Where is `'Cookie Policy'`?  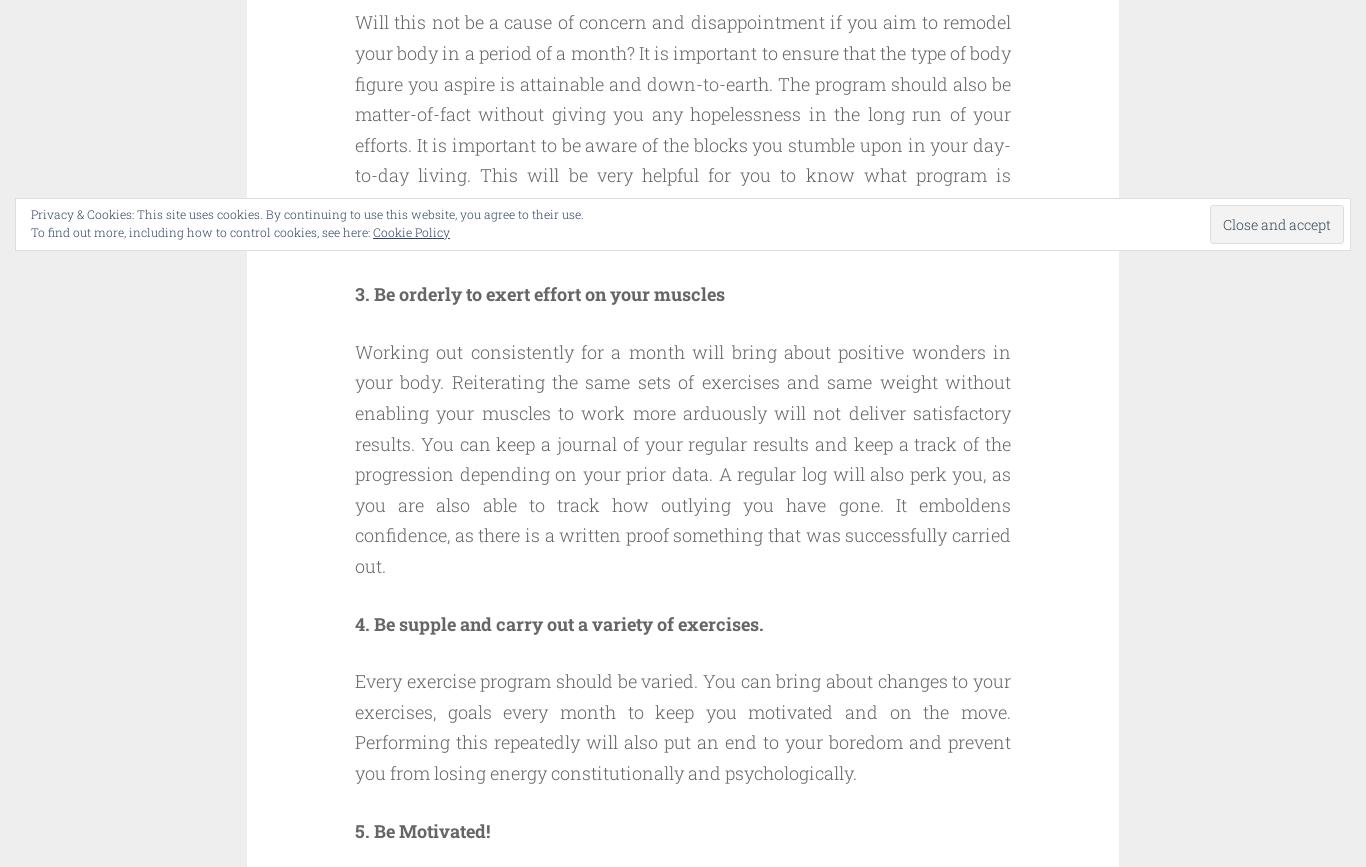
'Cookie Policy' is located at coordinates (410, 232).